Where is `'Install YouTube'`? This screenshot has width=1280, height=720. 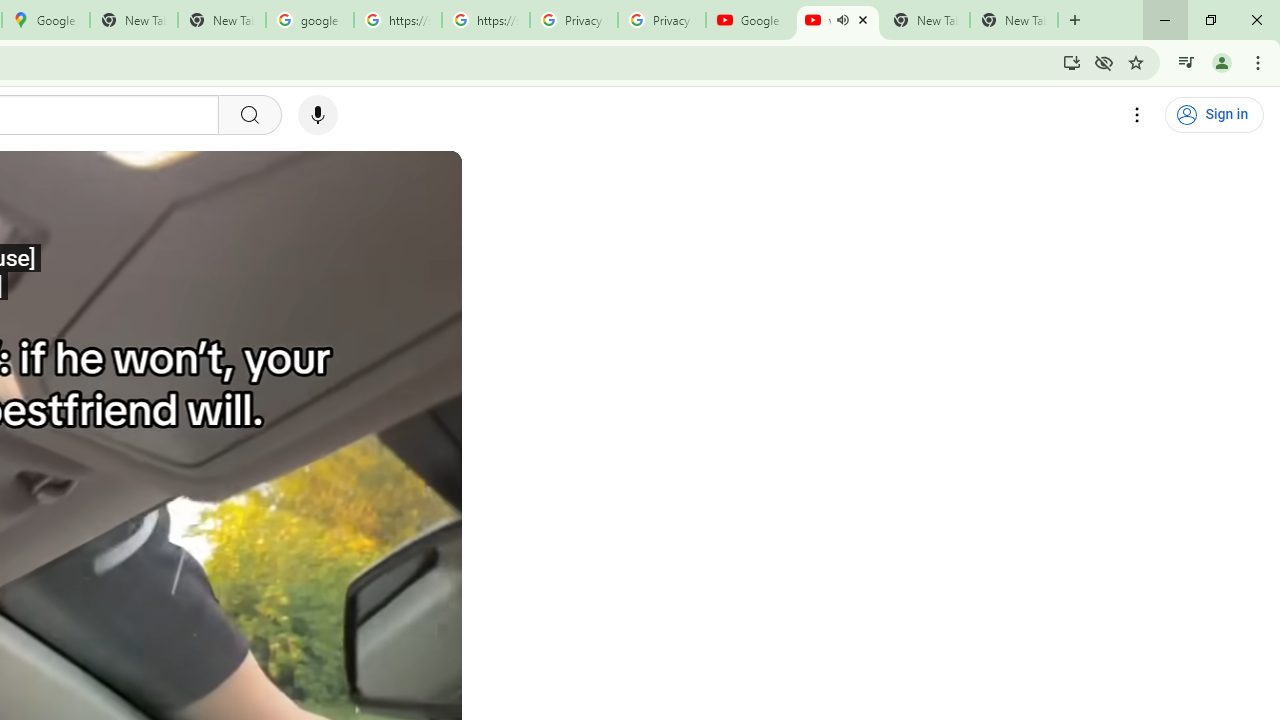
'Install YouTube' is located at coordinates (1071, 61).